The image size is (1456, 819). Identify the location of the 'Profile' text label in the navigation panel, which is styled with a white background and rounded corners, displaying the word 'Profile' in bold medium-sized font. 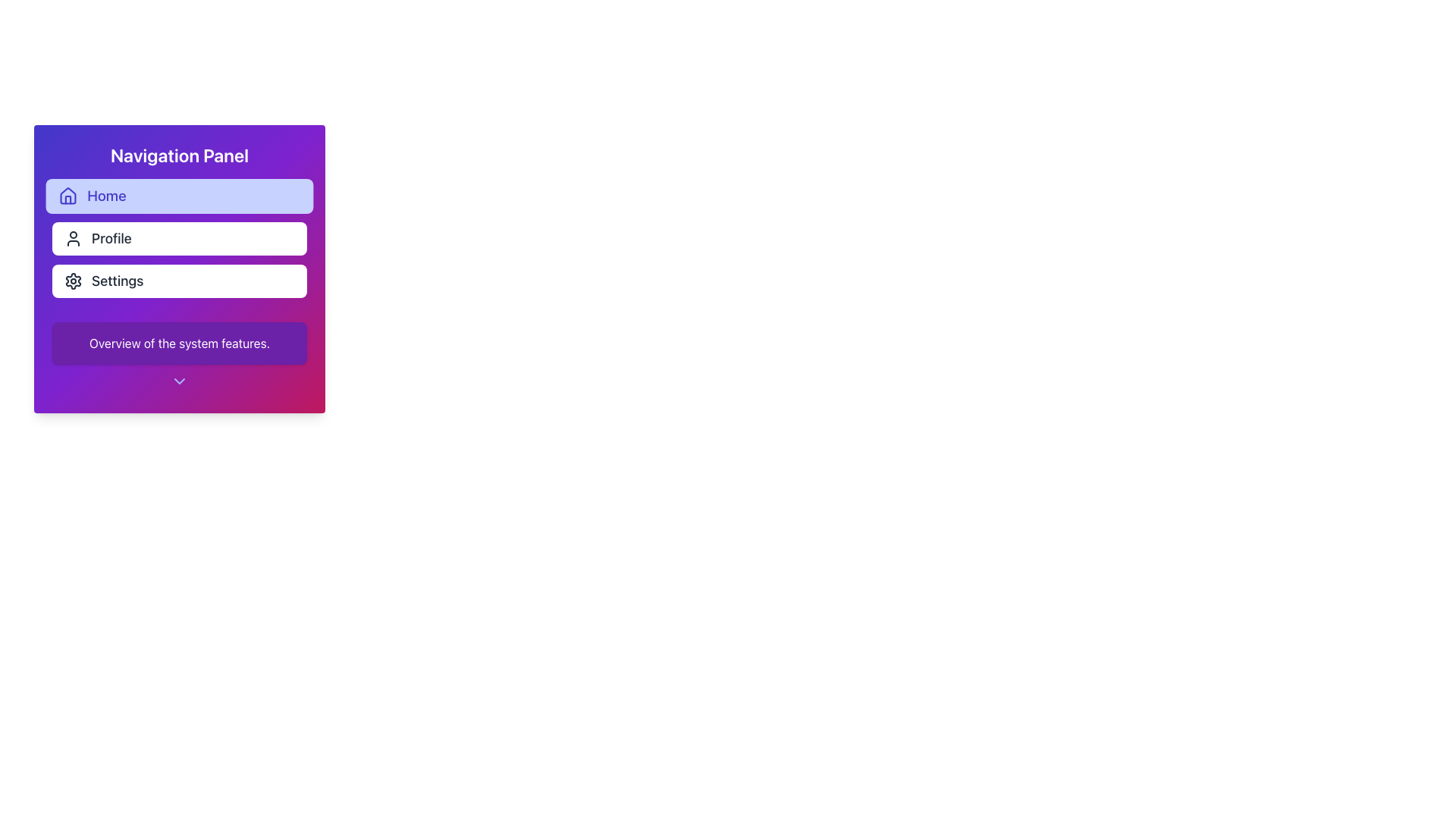
(111, 239).